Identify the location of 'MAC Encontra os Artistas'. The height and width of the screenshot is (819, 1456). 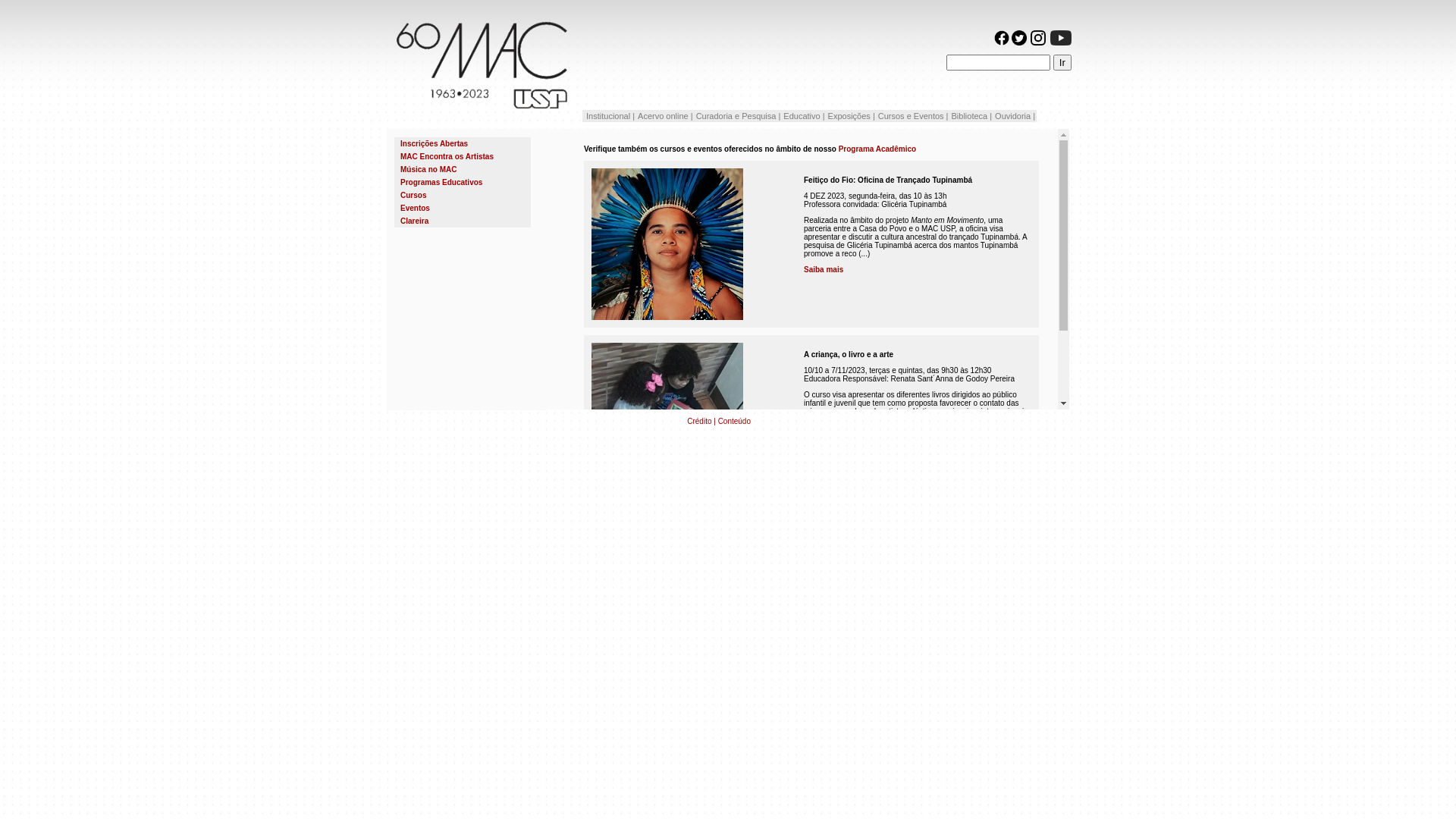
(400, 156).